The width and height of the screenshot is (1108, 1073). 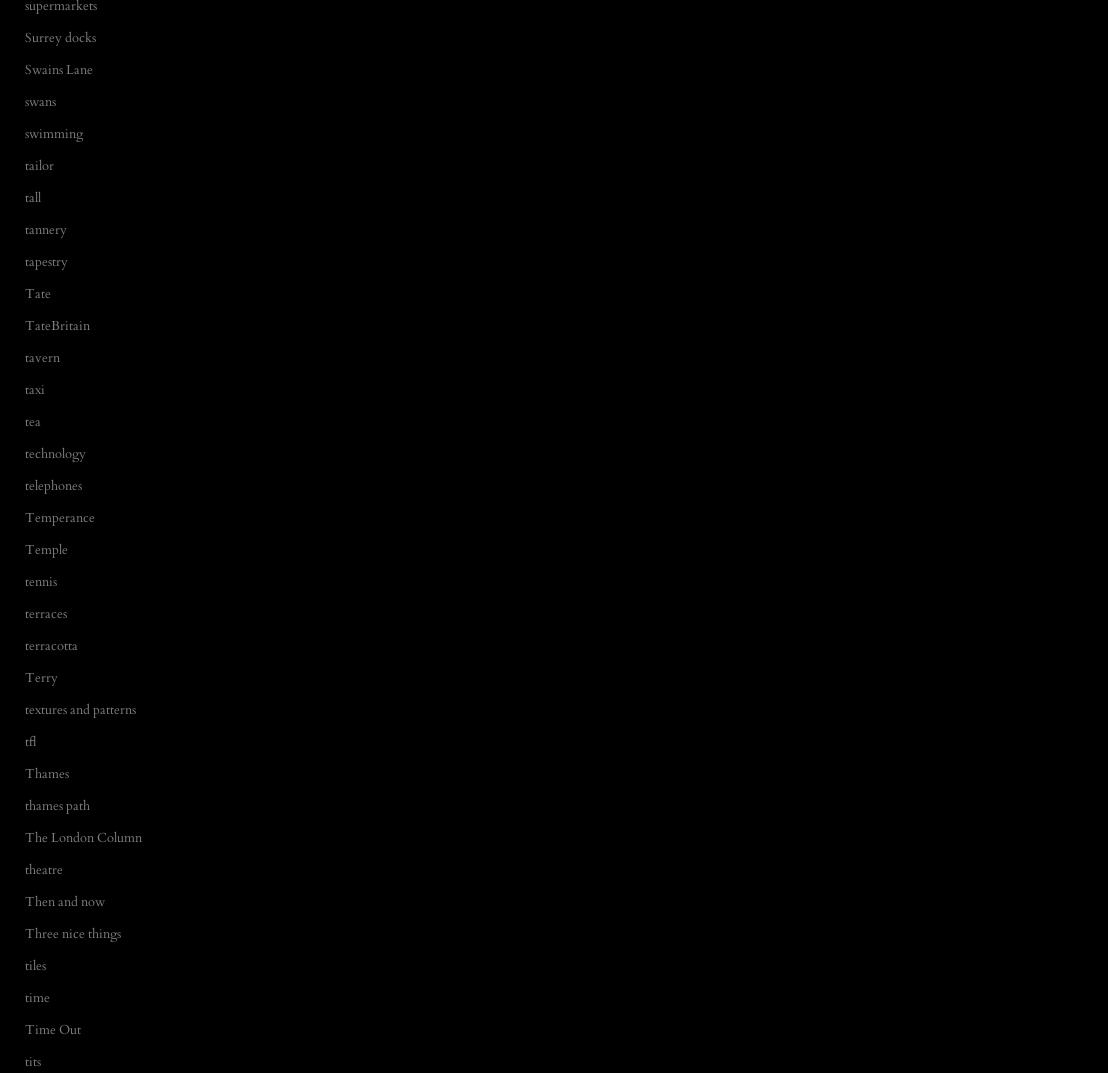 What do you see at coordinates (33, 421) in the screenshot?
I see `'tea'` at bounding box center [33, 421].